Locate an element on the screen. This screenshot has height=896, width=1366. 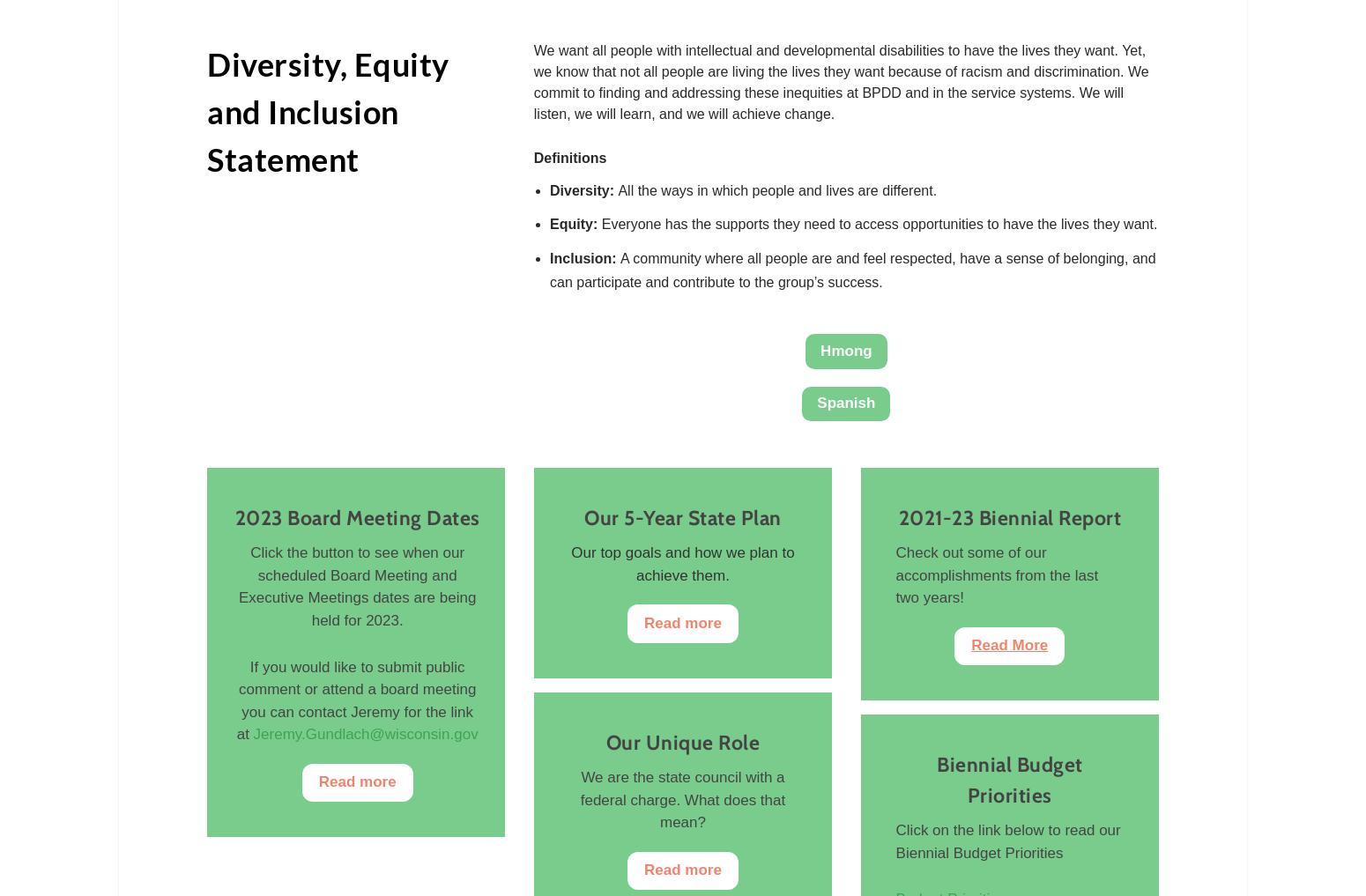
'Diversity, Equity and Inclusion Statement' is located at coordinates (327, 111).